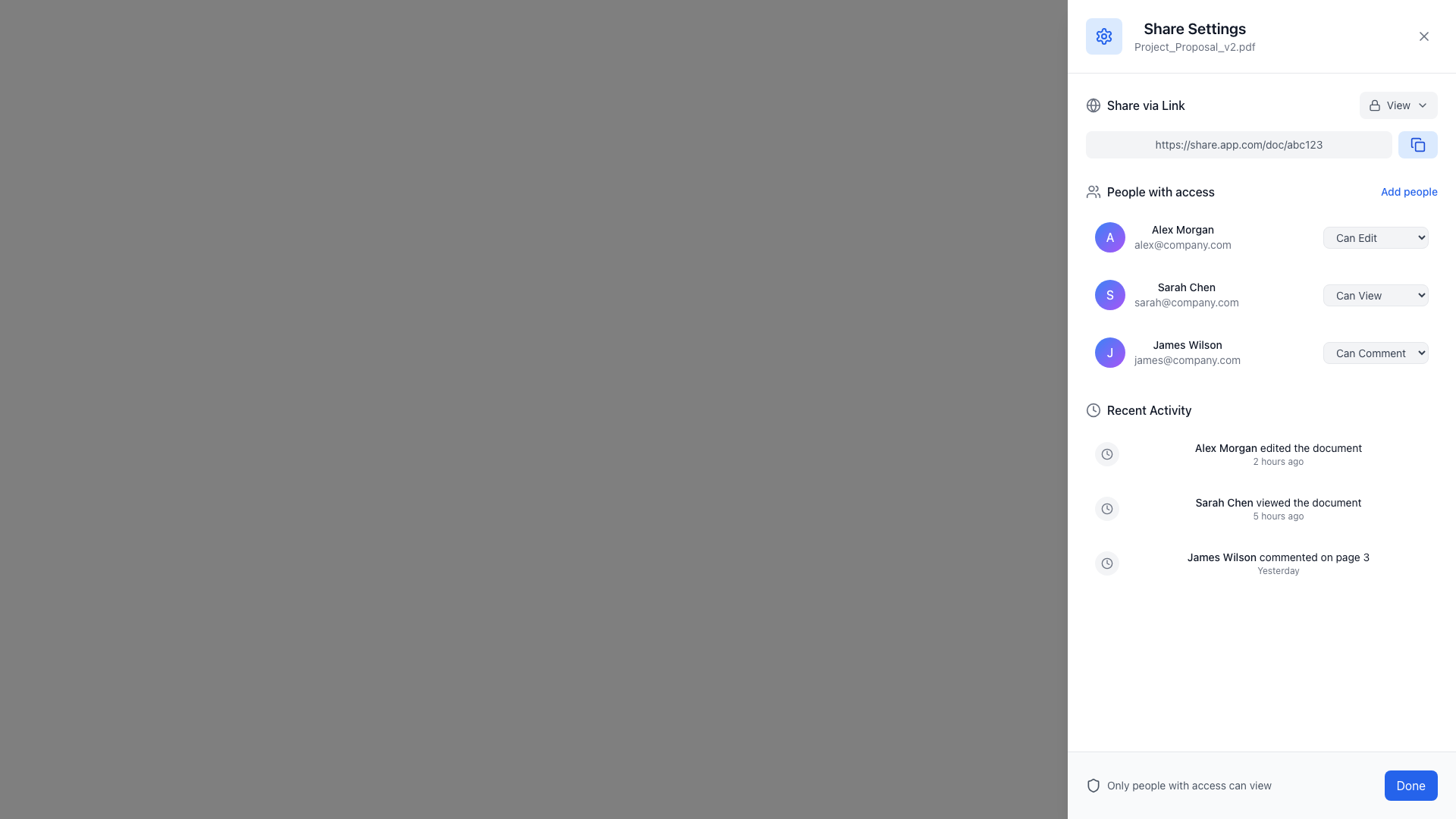 The height and width of the screenshot is (819, 1456). What do you see at coordinates (1106, 453) in the screenshot?
I see `the SVG-based clock icon representing a timestamp in the Recent Activity section of the Share Settings panel, located immediately to the left of the activity descriptions` at bounding box center [1106, 453].